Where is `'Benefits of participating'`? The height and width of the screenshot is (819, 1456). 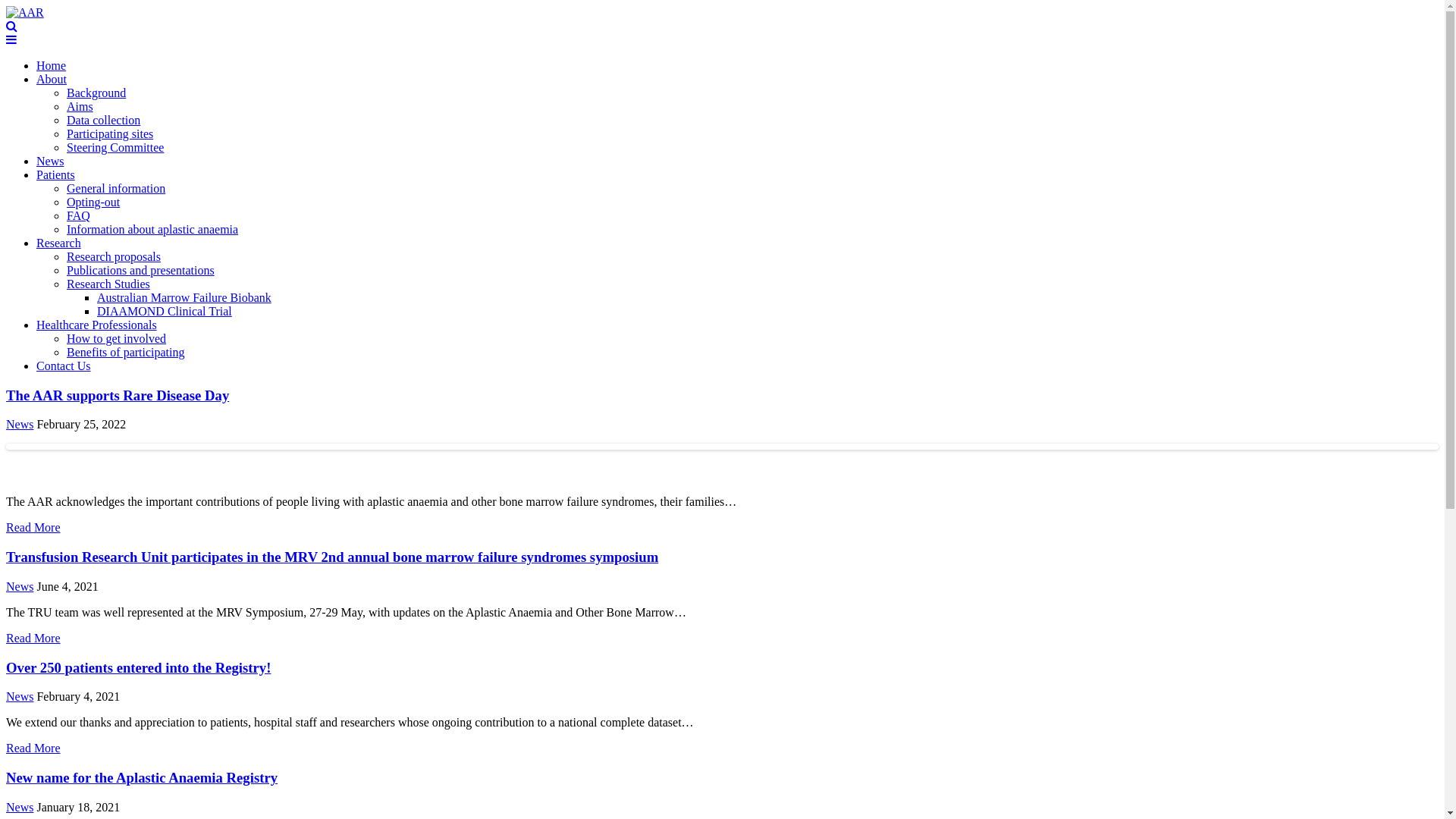 'Benefits of participating' is located at coordinates (65, 352).